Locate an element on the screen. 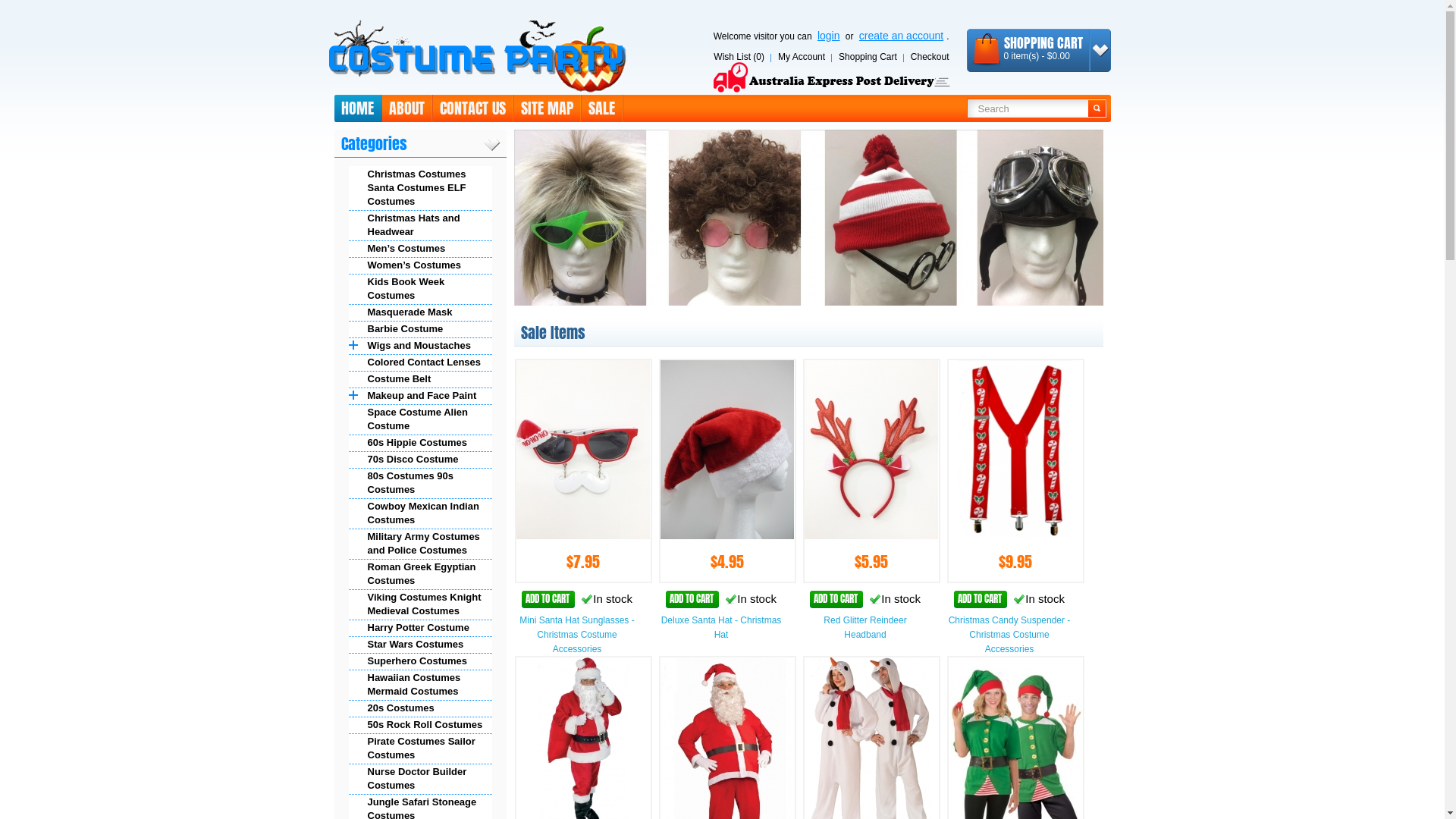 This screenshot has height=819, width=1456. 'Harry Potter Costume' is located at coordinates (348, 628).